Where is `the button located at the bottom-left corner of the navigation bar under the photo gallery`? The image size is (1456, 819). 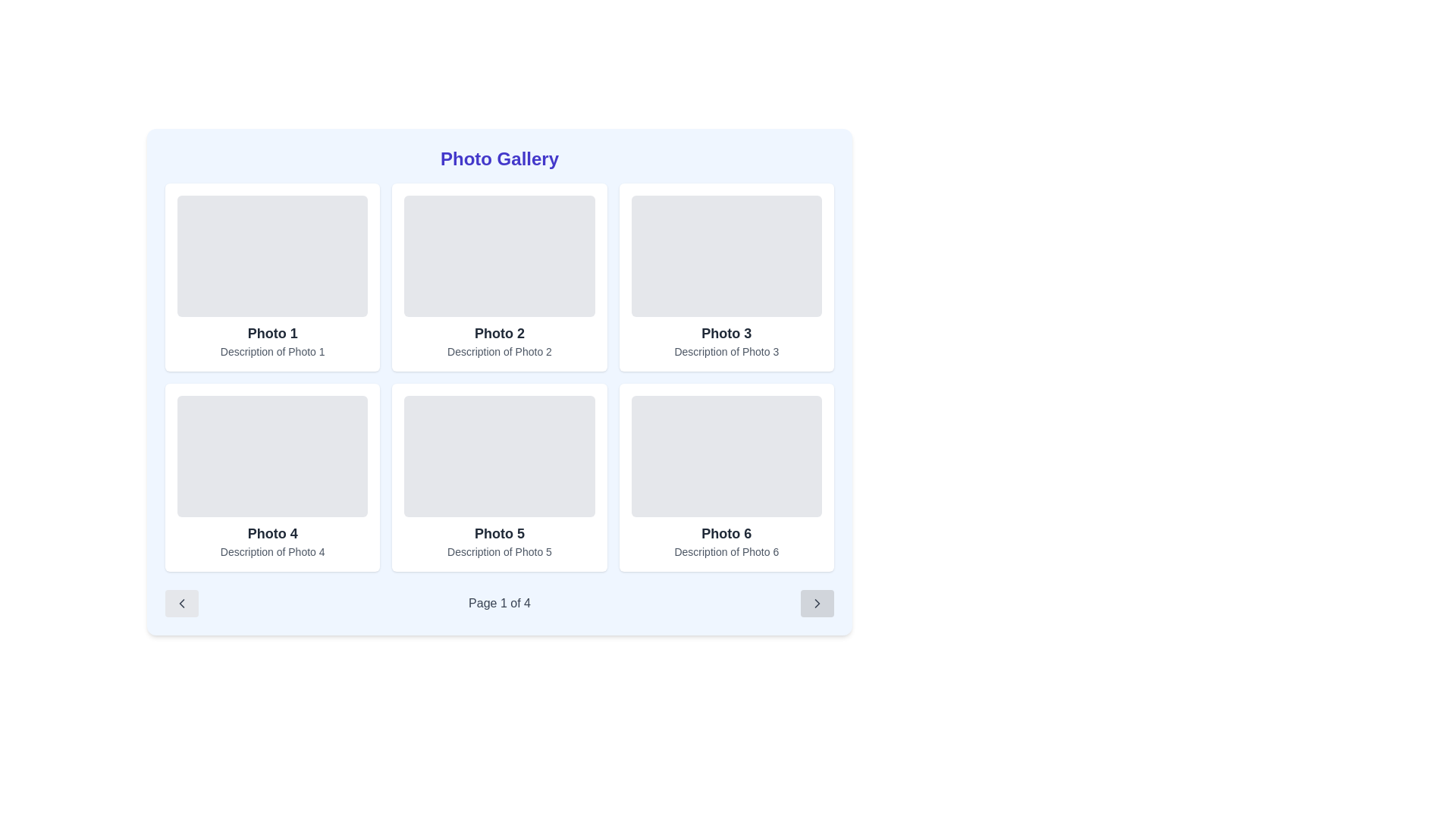
the button located at the bottom-left corner of the navigation bar under the photo gallery is located at coordinates (182, 602).